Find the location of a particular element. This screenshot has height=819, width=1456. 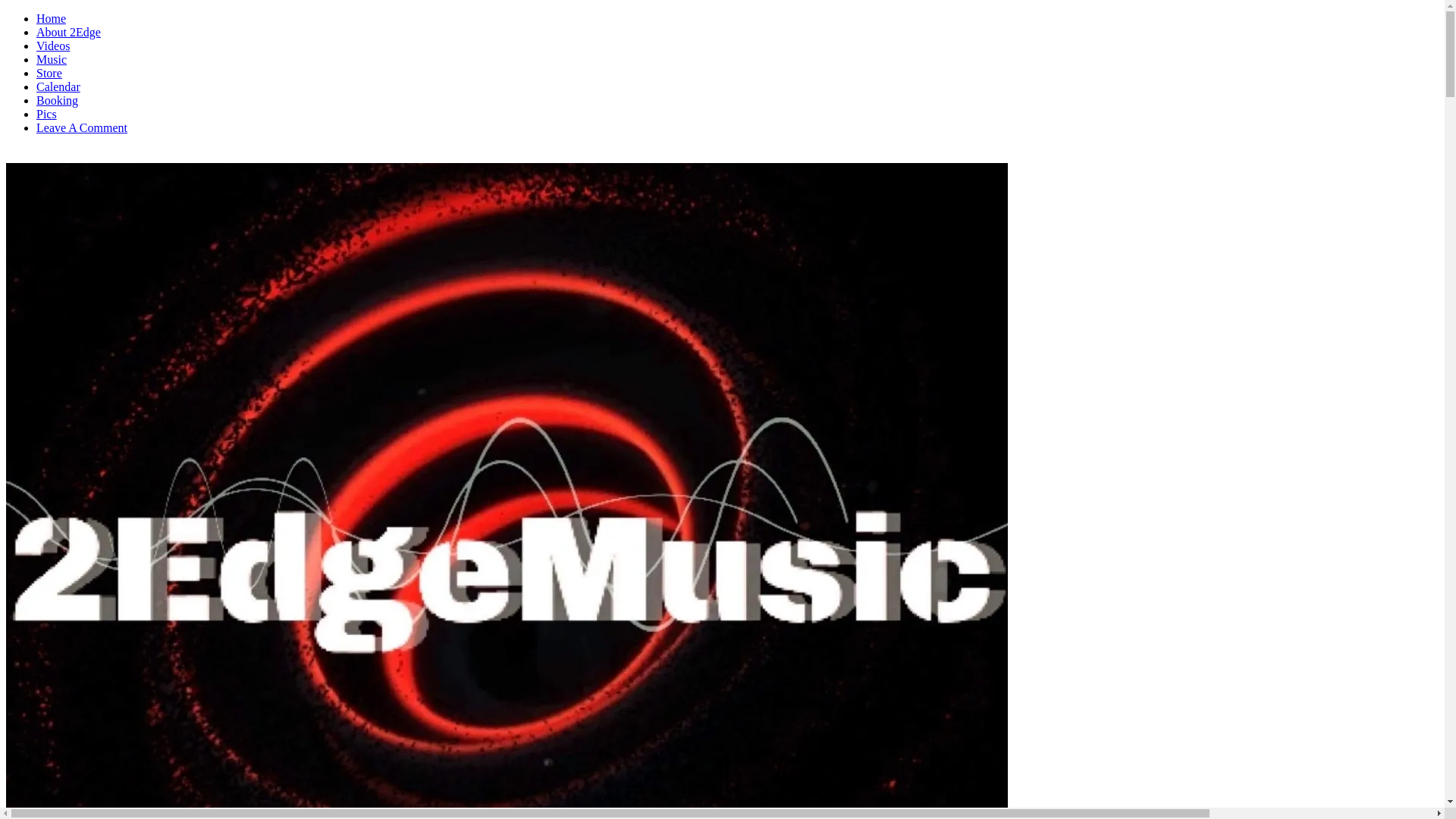

'Pics' is located at coordinates (46, 113).